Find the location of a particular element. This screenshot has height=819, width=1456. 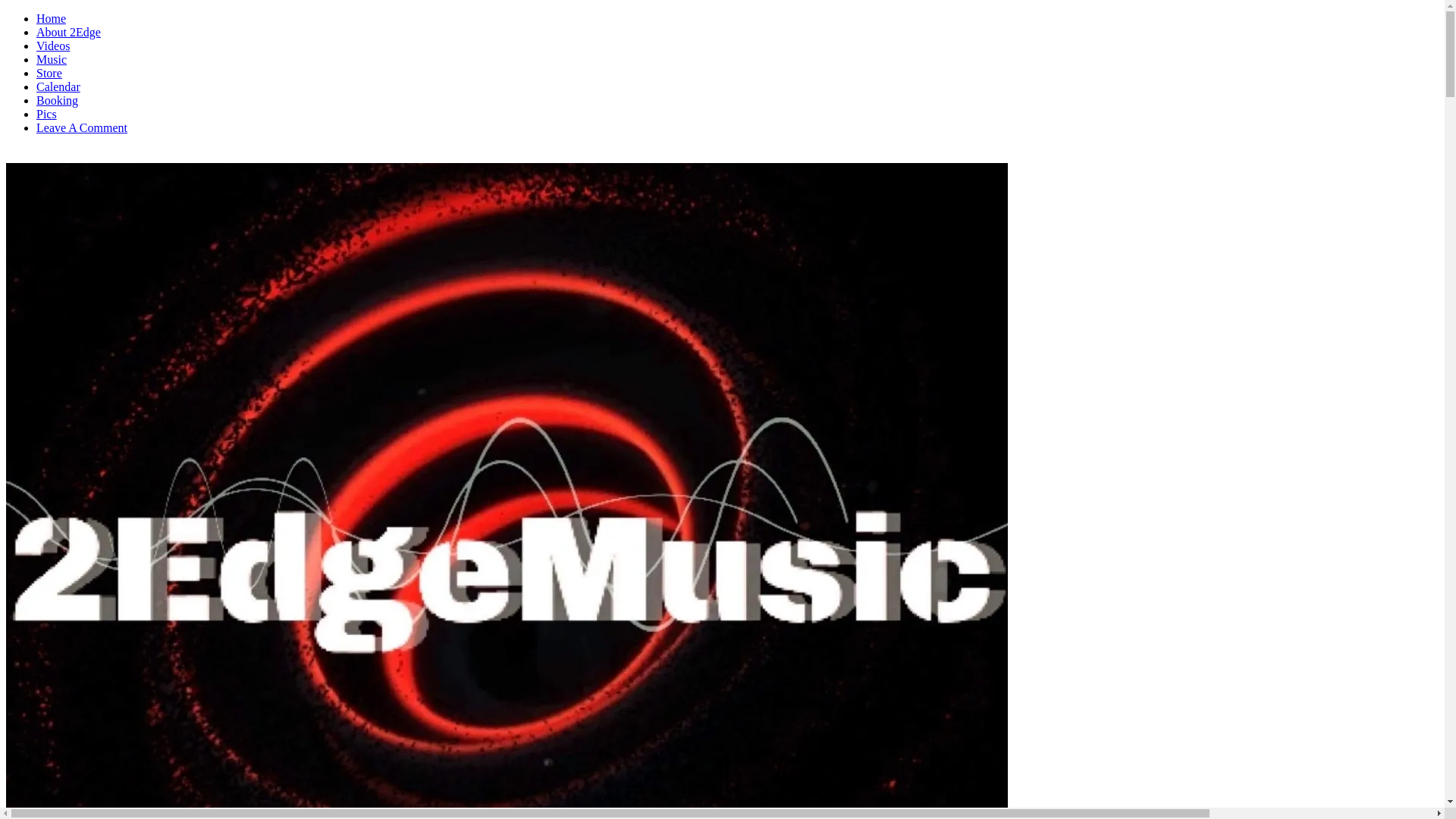

'Pics' is located at coordinates (46, 113).